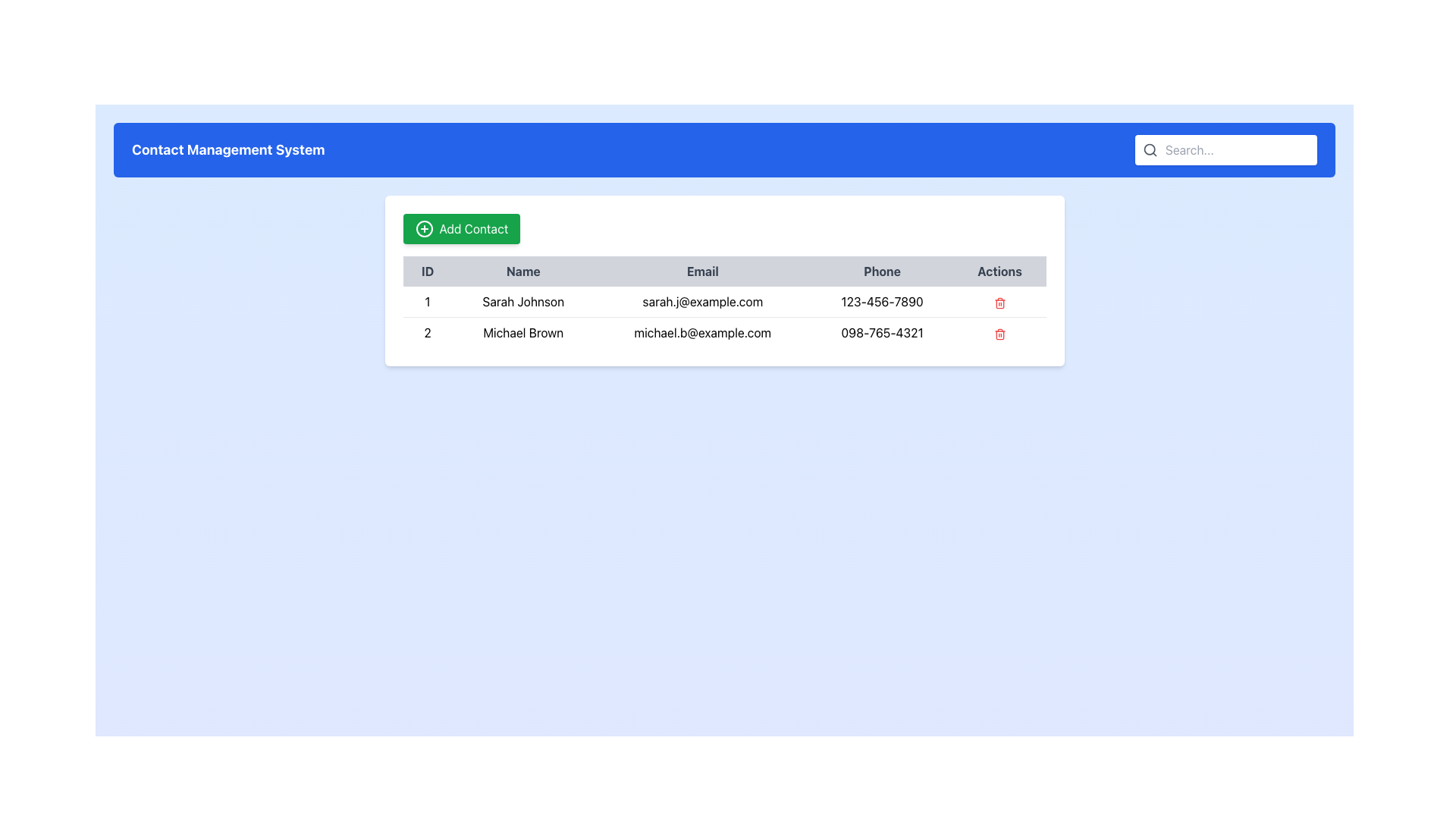  I want to click on the red trash can icon button located in the second row of the actions column, so click(999, 301).